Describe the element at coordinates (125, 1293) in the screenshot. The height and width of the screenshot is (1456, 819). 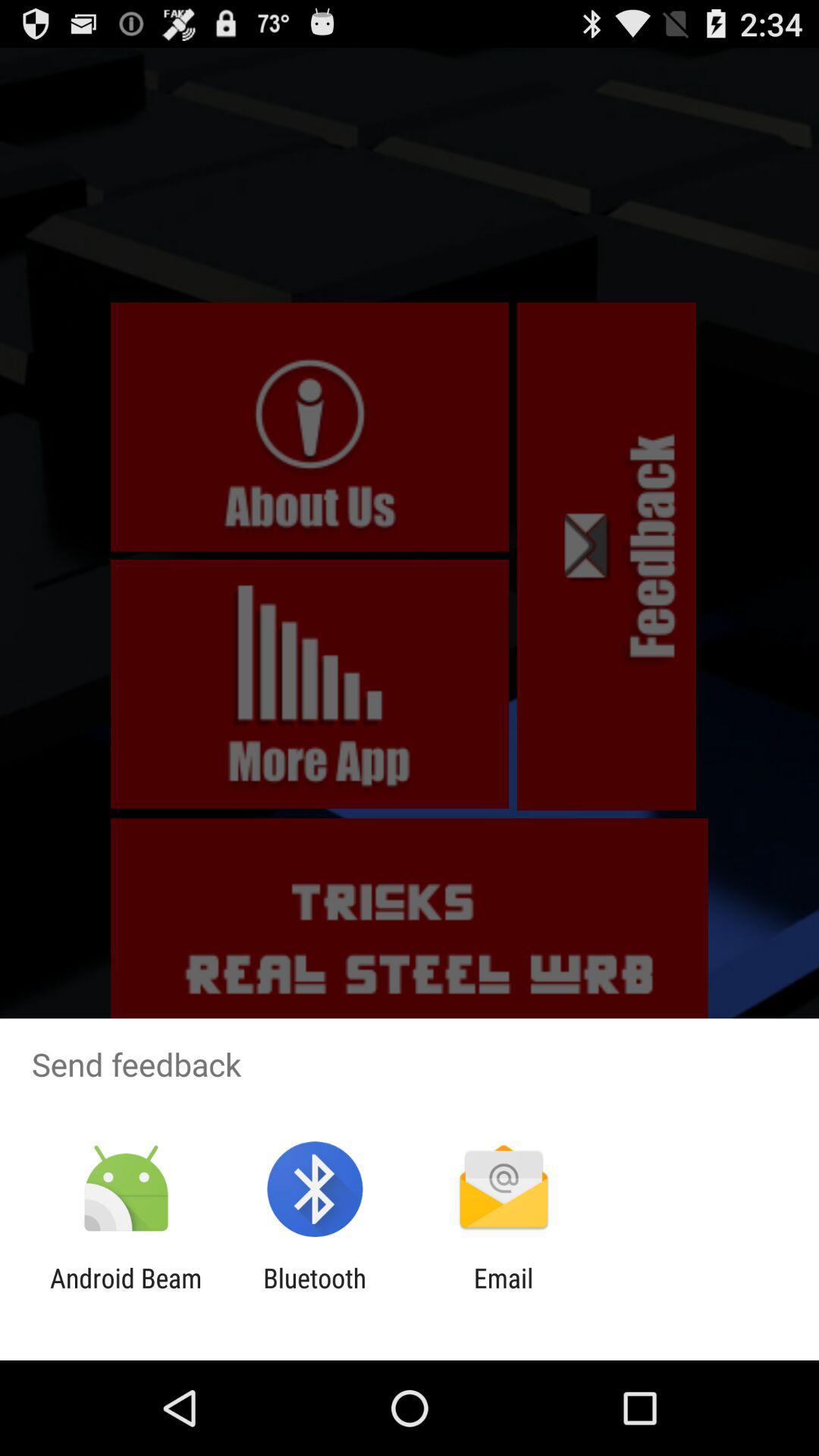
I see `item to the left of the bluetooth app` at that location.